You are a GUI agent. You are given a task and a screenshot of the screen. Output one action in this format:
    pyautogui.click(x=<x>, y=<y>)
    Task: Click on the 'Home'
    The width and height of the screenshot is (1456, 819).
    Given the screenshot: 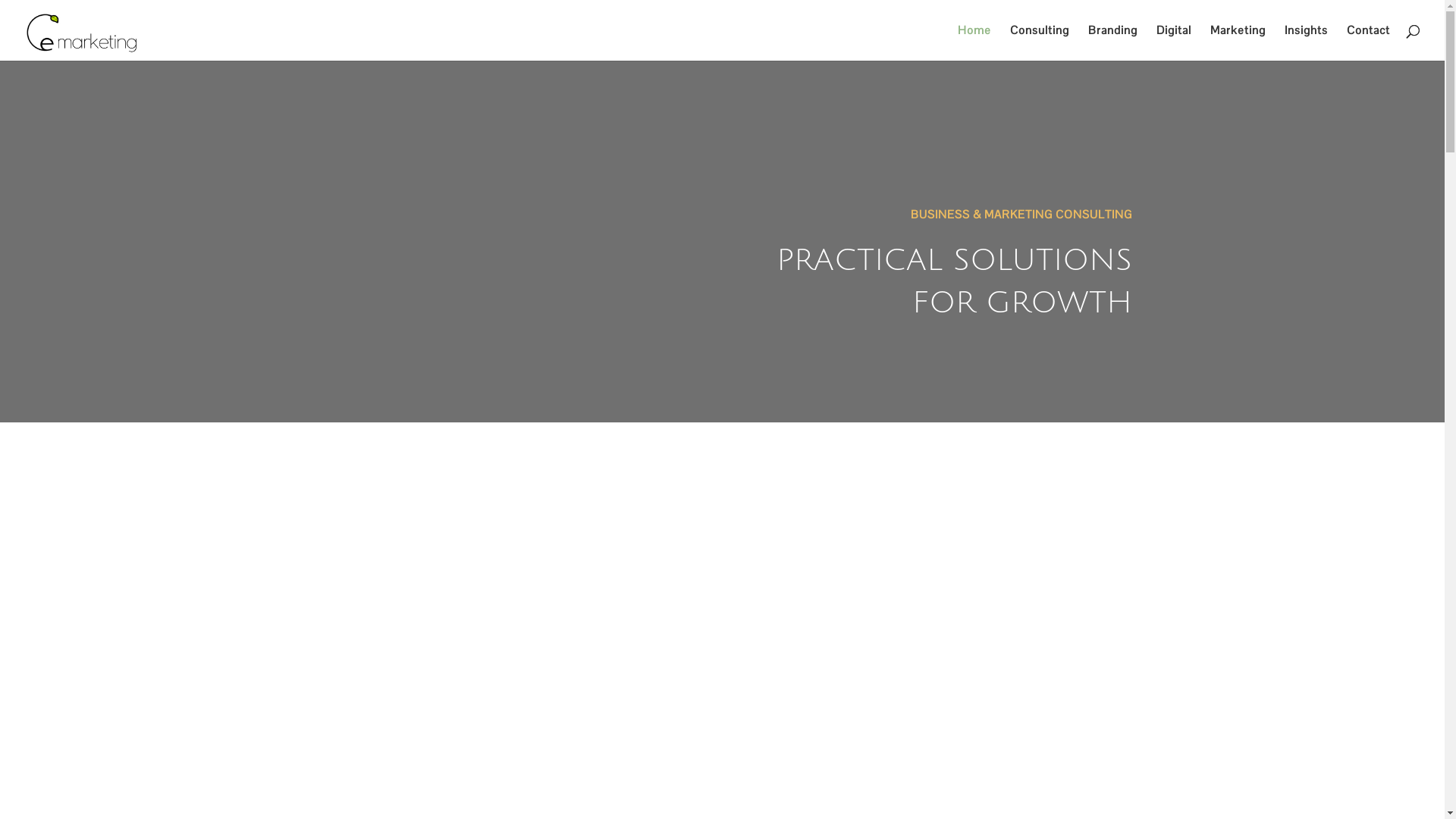 What is the action you would take?
    pyautogui.click(x=974, y=42)
    